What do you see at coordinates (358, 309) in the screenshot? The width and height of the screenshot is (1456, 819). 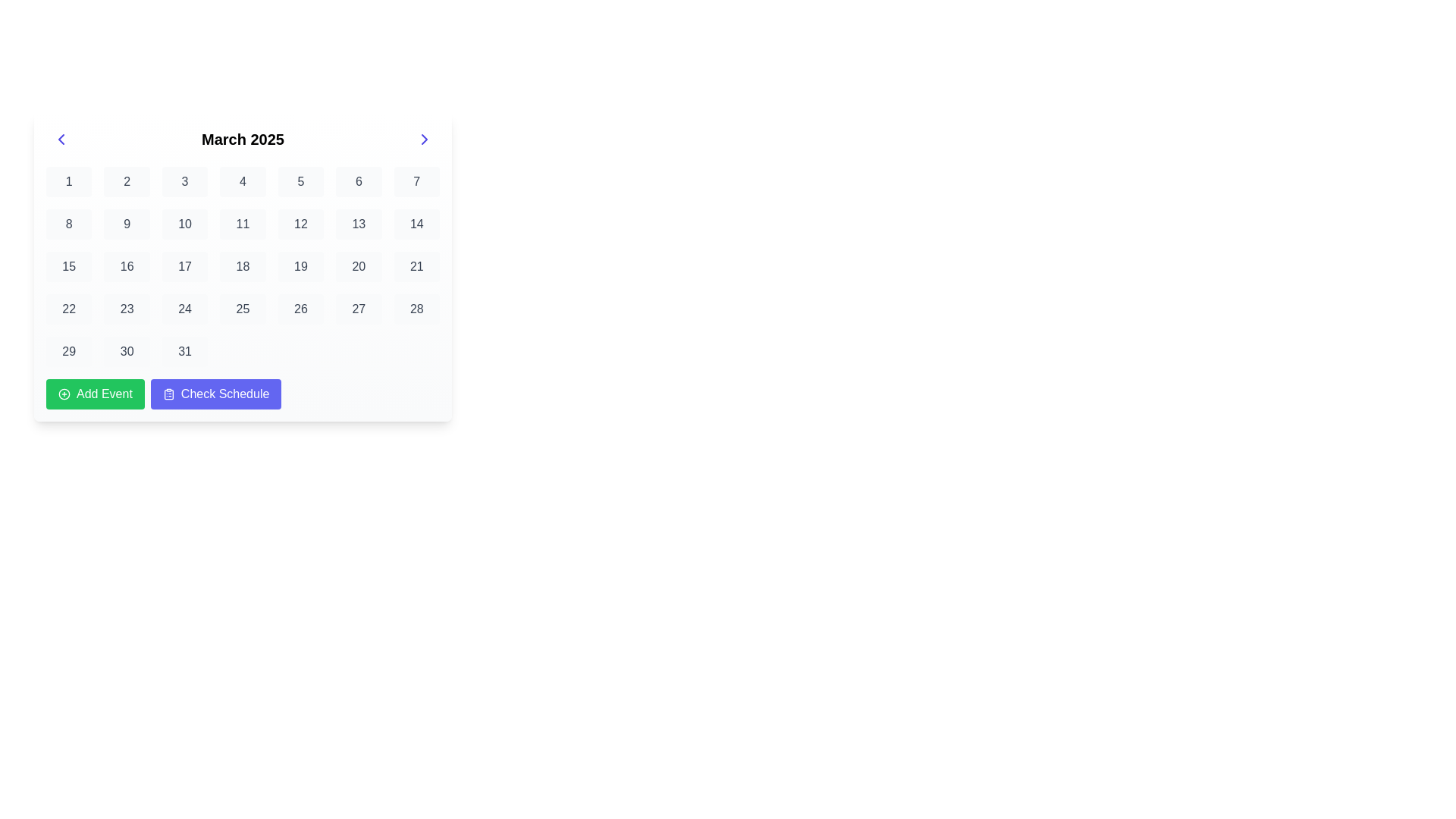 I see `the button displaying the number '27' in the sixth row and sixth column of the monthly calendar view, which has a light gray background and rounded border` at bounding box center [358, 309].